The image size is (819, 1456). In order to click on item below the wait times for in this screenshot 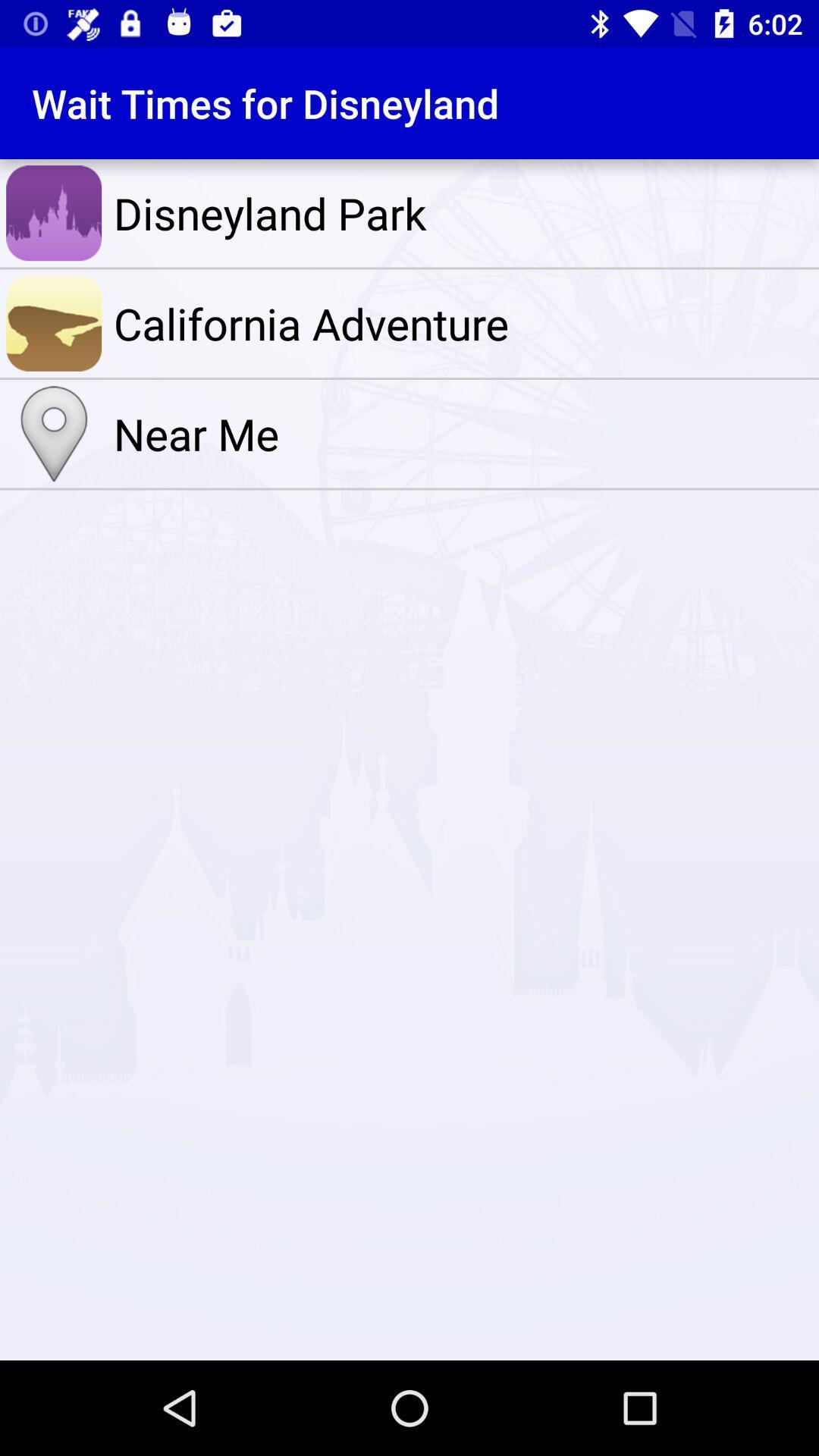, I will do `click(462, 212)`.